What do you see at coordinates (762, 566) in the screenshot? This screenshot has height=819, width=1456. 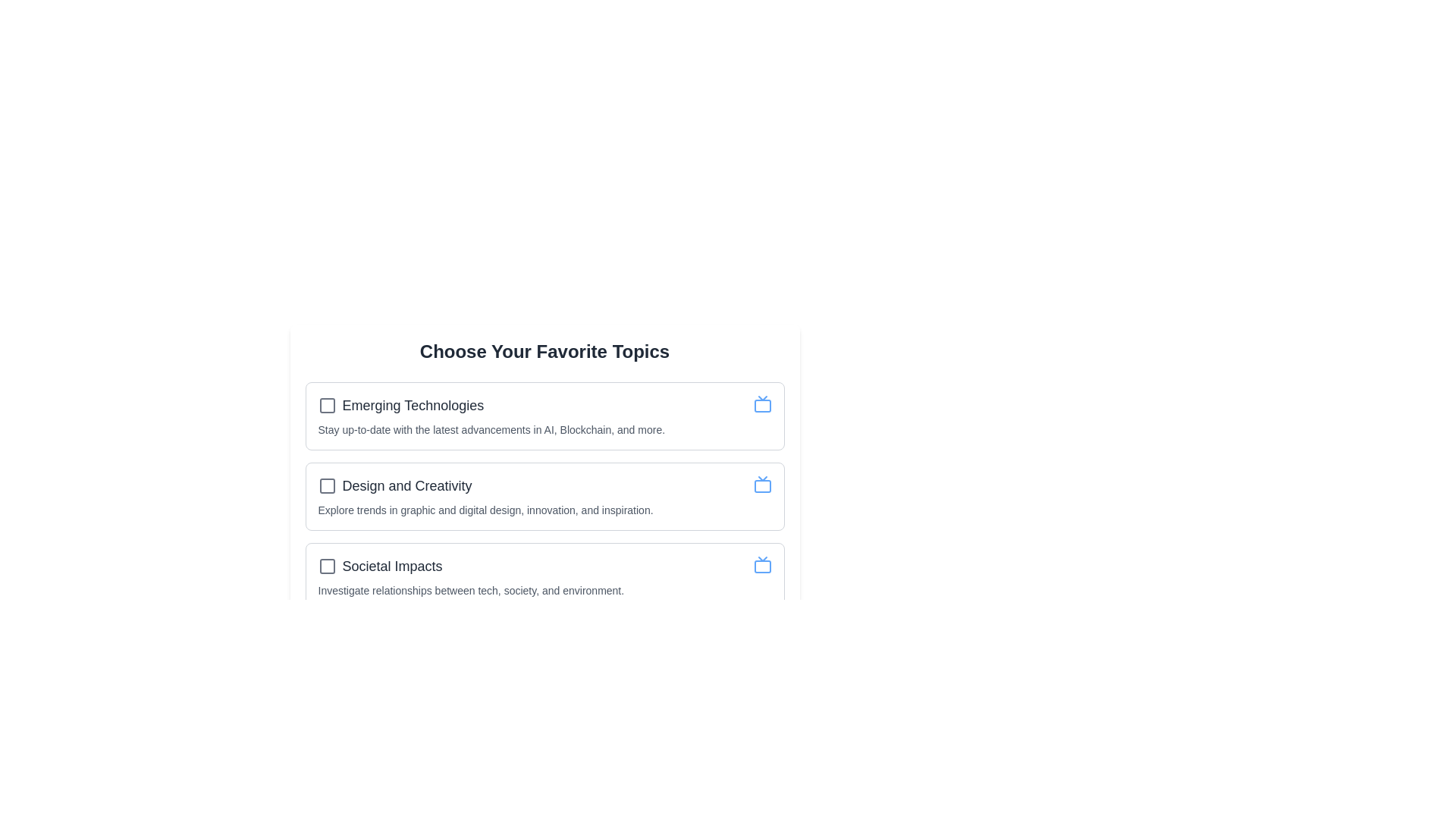 I see `the Decorative SVG rectangle that represents a TV icon, located to the right of the list item 'Societal Impacts'` at bounding box center [762, 566].